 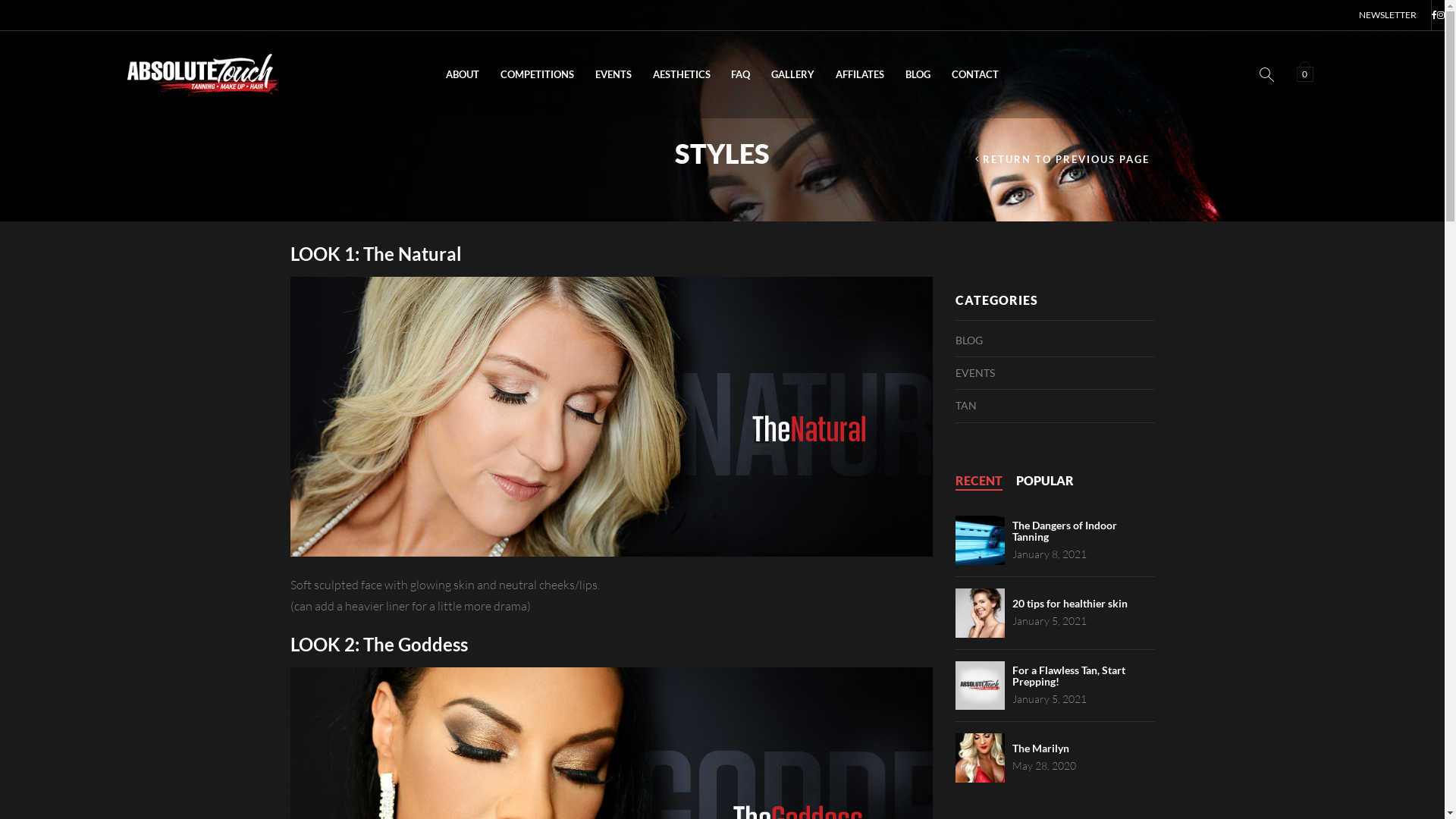 What do you see at coordinates (1012, 529) in the screenshot?
I see `'The Dangers of Indoor Tanning'` at bounding box center [1012, 529].